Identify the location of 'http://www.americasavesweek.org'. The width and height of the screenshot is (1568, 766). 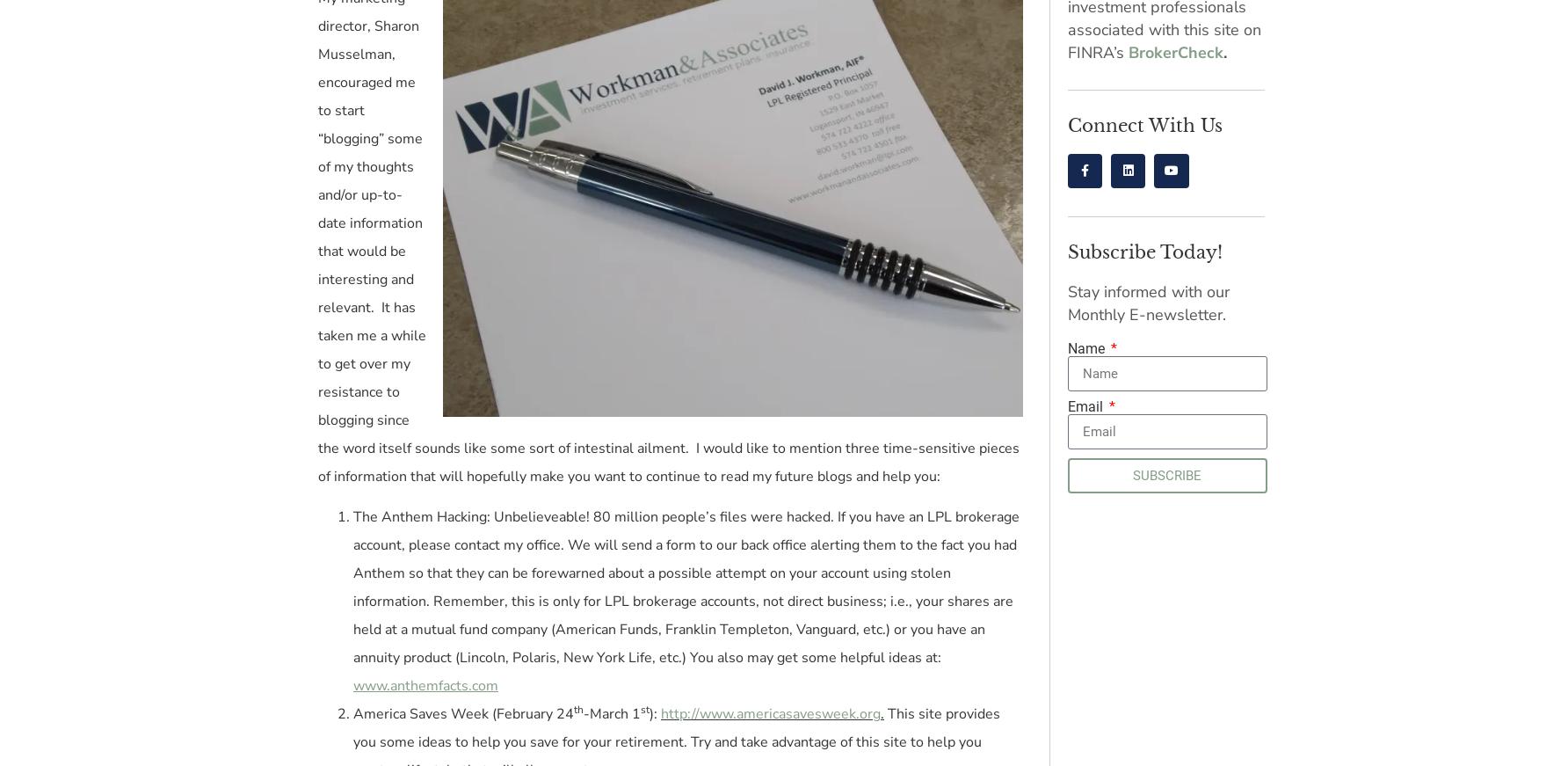
(770, 714).